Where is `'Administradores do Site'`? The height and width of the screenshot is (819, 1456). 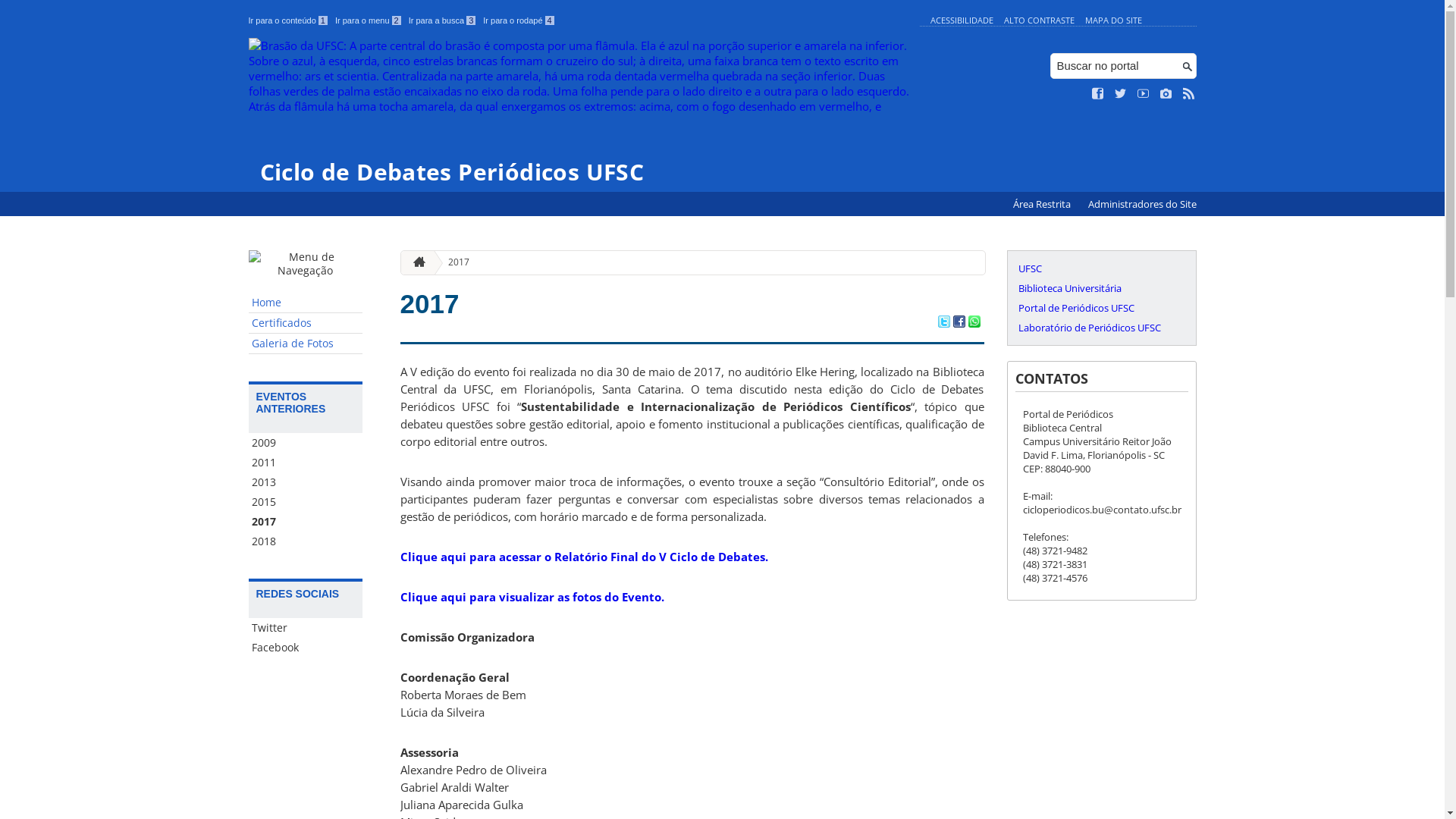
'Administradores do Site' is located at coordinates (1141, 203).